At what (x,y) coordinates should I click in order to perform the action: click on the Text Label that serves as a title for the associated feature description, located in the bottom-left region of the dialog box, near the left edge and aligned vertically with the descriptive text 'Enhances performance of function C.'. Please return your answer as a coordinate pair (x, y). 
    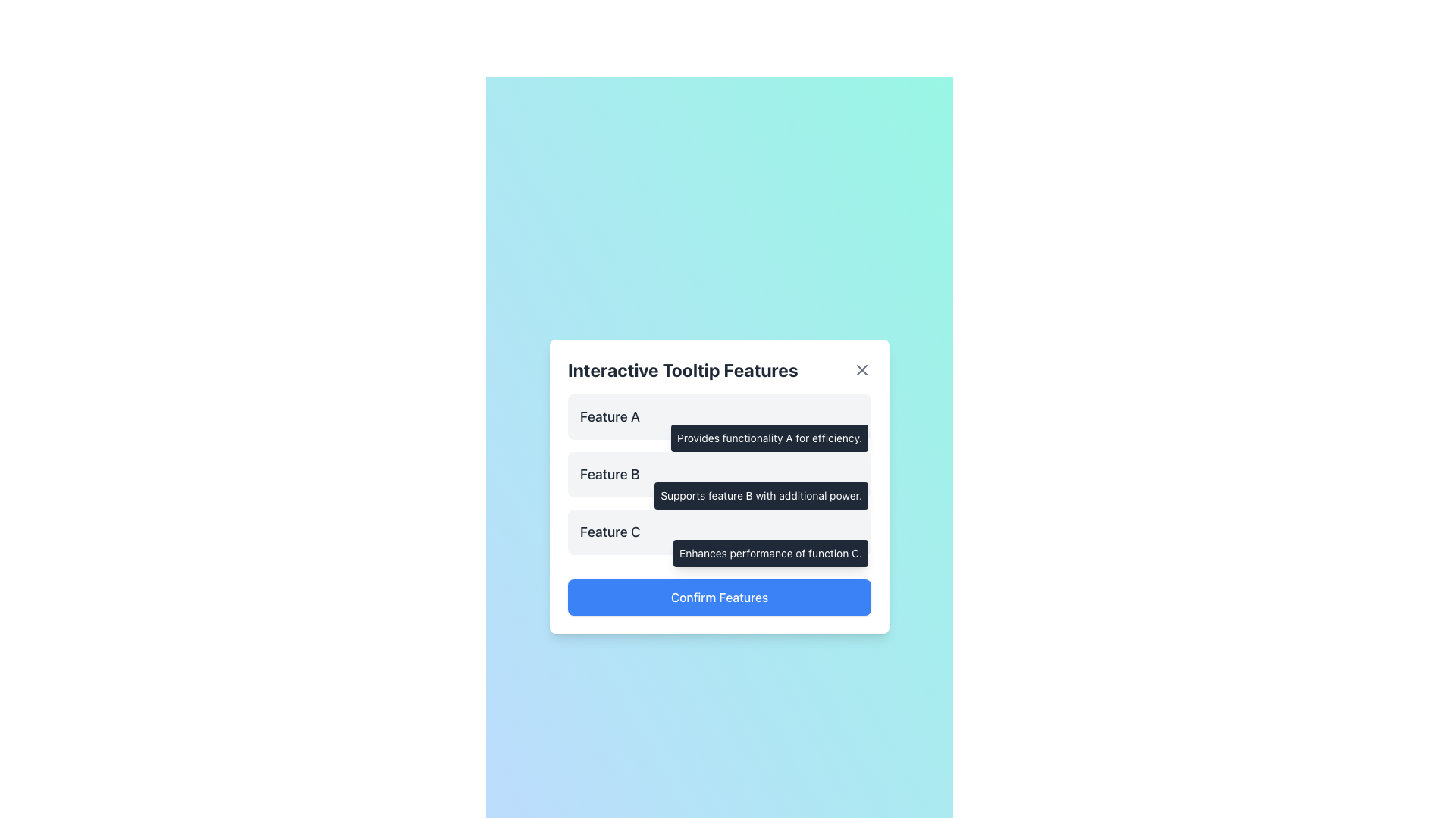
    Looking at the image, I should click on (610, 532).